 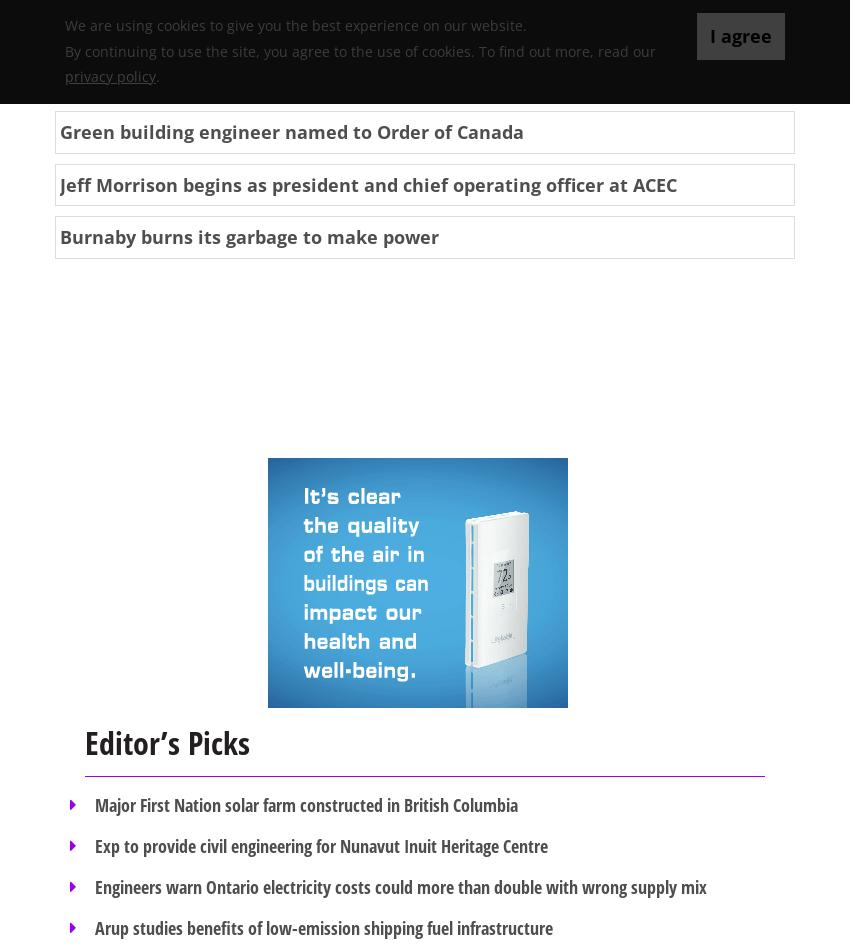 I want to click on 'I agree', so click(x=739, y=36).